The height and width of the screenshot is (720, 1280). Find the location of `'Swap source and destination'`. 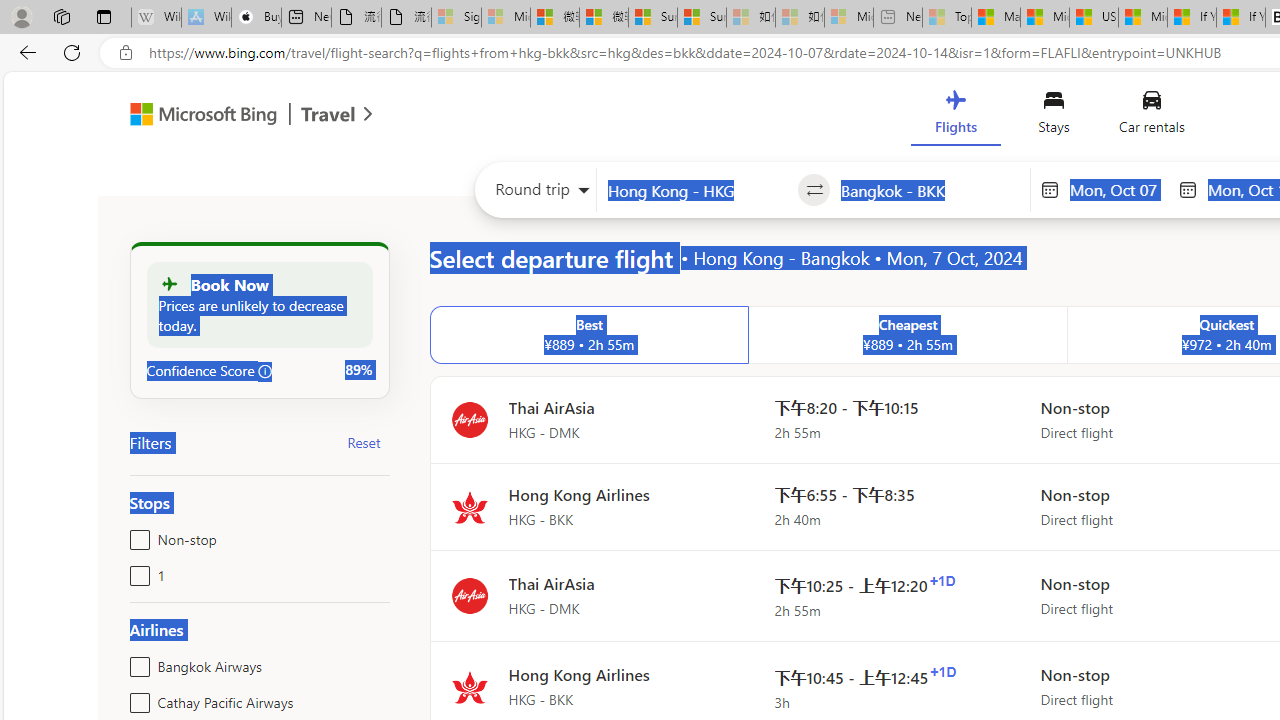

'Swap source and destination' is located at coordinates (814, 190).